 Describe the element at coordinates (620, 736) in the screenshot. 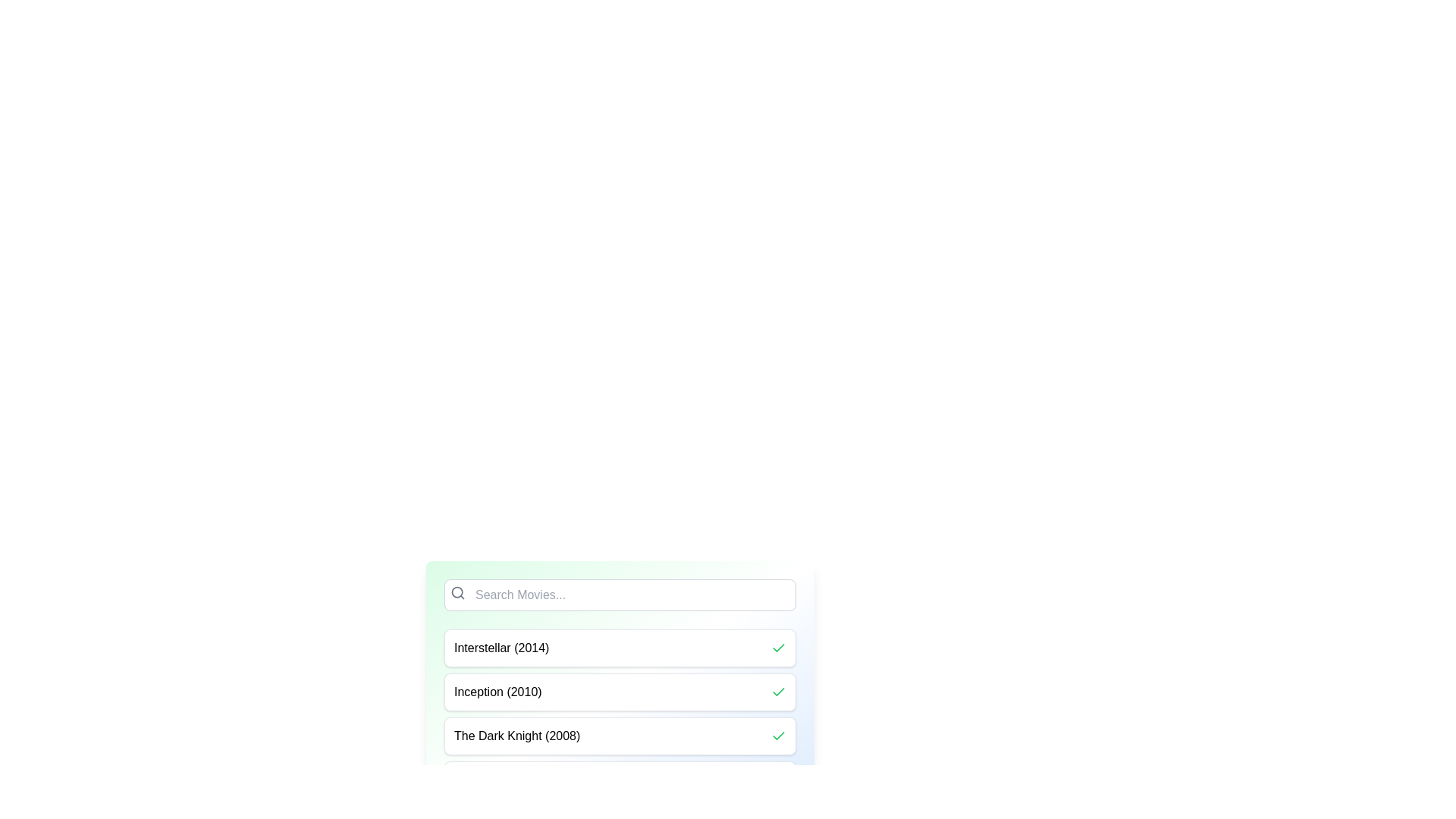

I see `the third entry in the selectable movie list representing 'The Dark Knight (2008)'` at that location.